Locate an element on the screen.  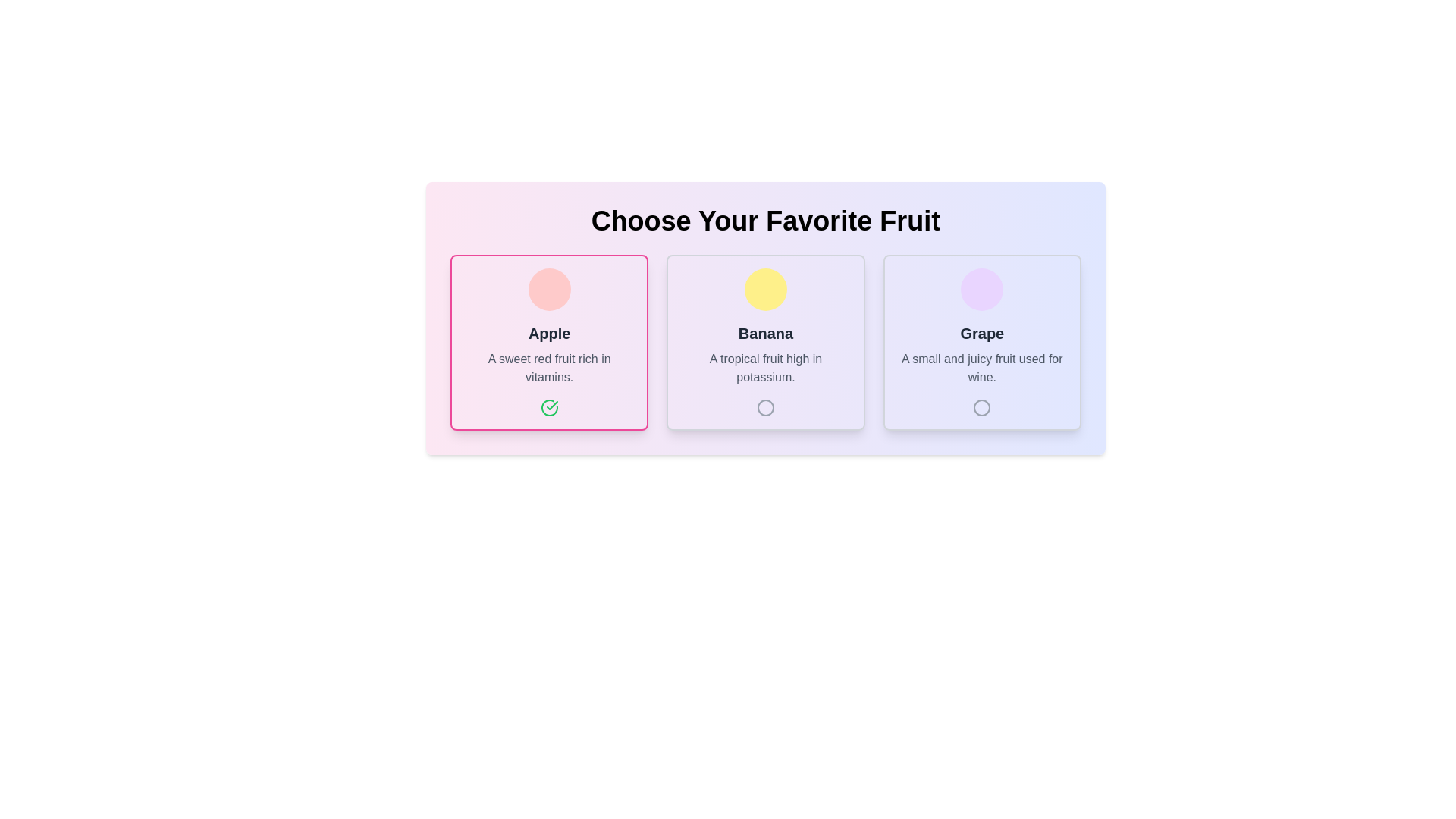
the circular icon at the bottom of the 'Grape' selectable card is located at coordinates (982, 342).